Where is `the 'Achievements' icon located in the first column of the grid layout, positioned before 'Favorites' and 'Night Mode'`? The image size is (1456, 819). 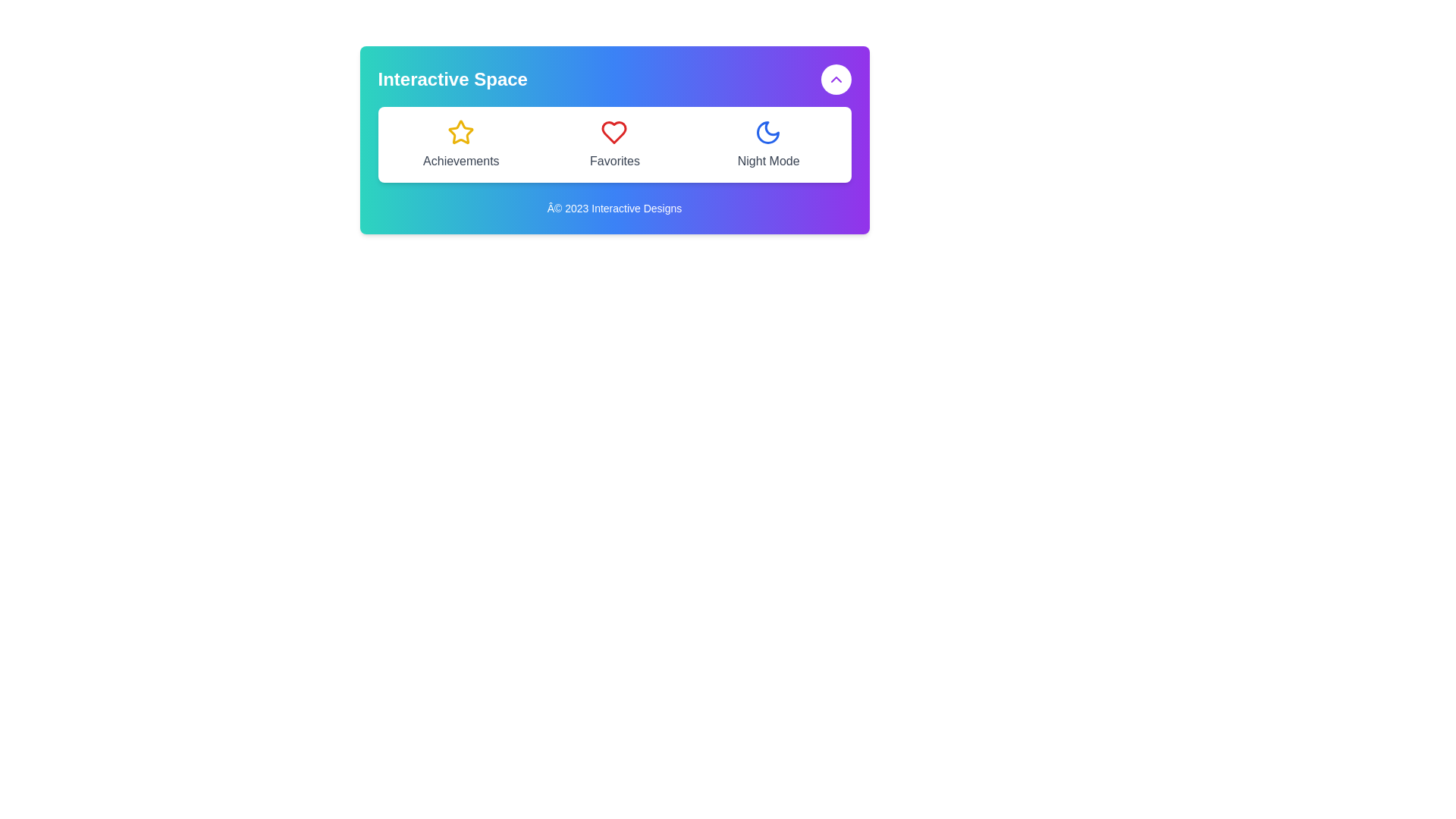
the 'Achievements' icon located in the first column of the grid layout, positioned before 'Favorites' and 'Night Mode' is located at coordinates (460, 145).